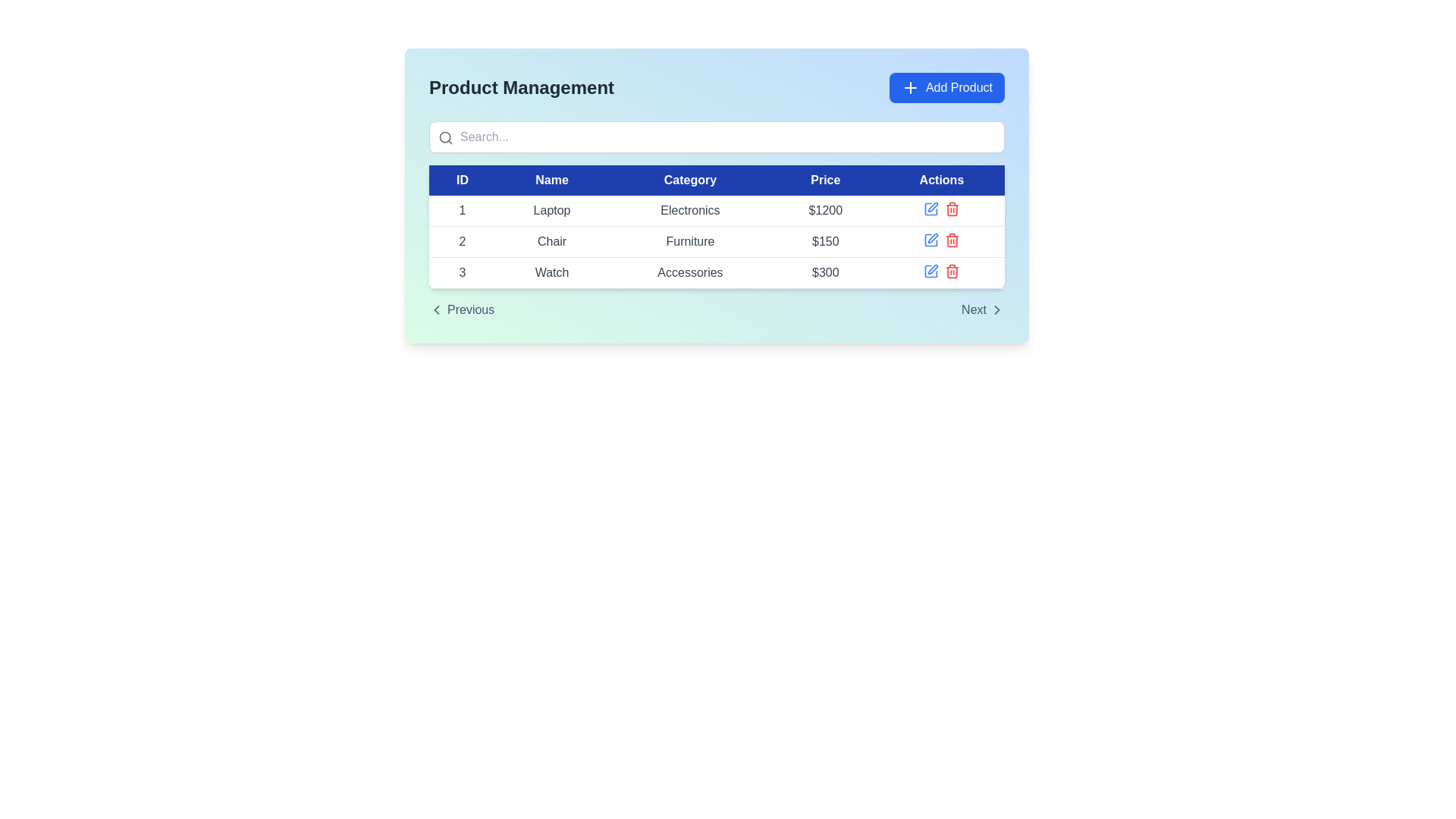  I want to click on the text label displaying 'Accessories' in the third cell of the third row under the 'Category' column, so click(689, 271).